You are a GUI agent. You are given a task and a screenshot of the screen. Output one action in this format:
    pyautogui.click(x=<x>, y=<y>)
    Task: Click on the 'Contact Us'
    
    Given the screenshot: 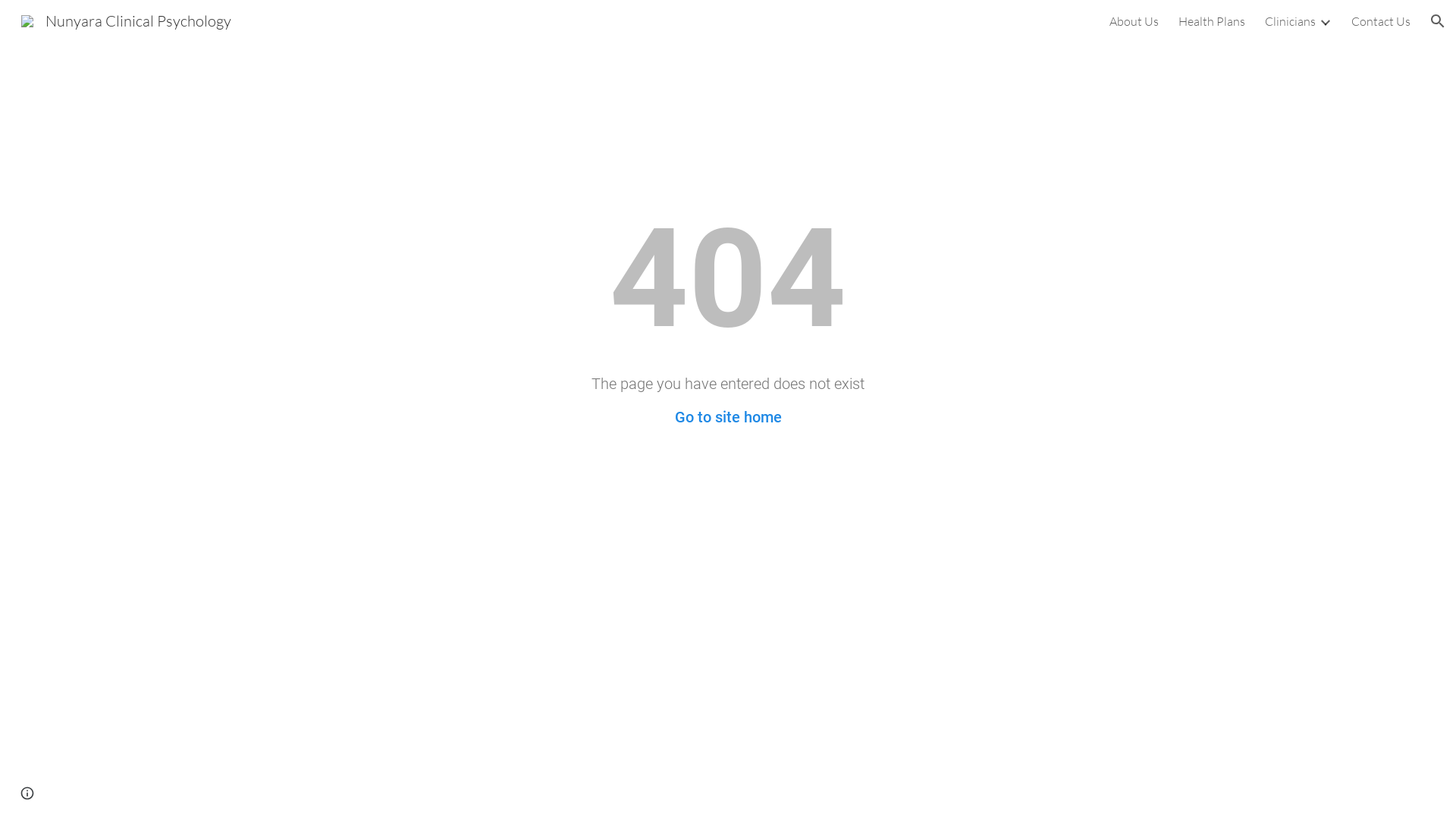 What is the action you would take?
    pyautogui.click(x=1380, y=20)
    